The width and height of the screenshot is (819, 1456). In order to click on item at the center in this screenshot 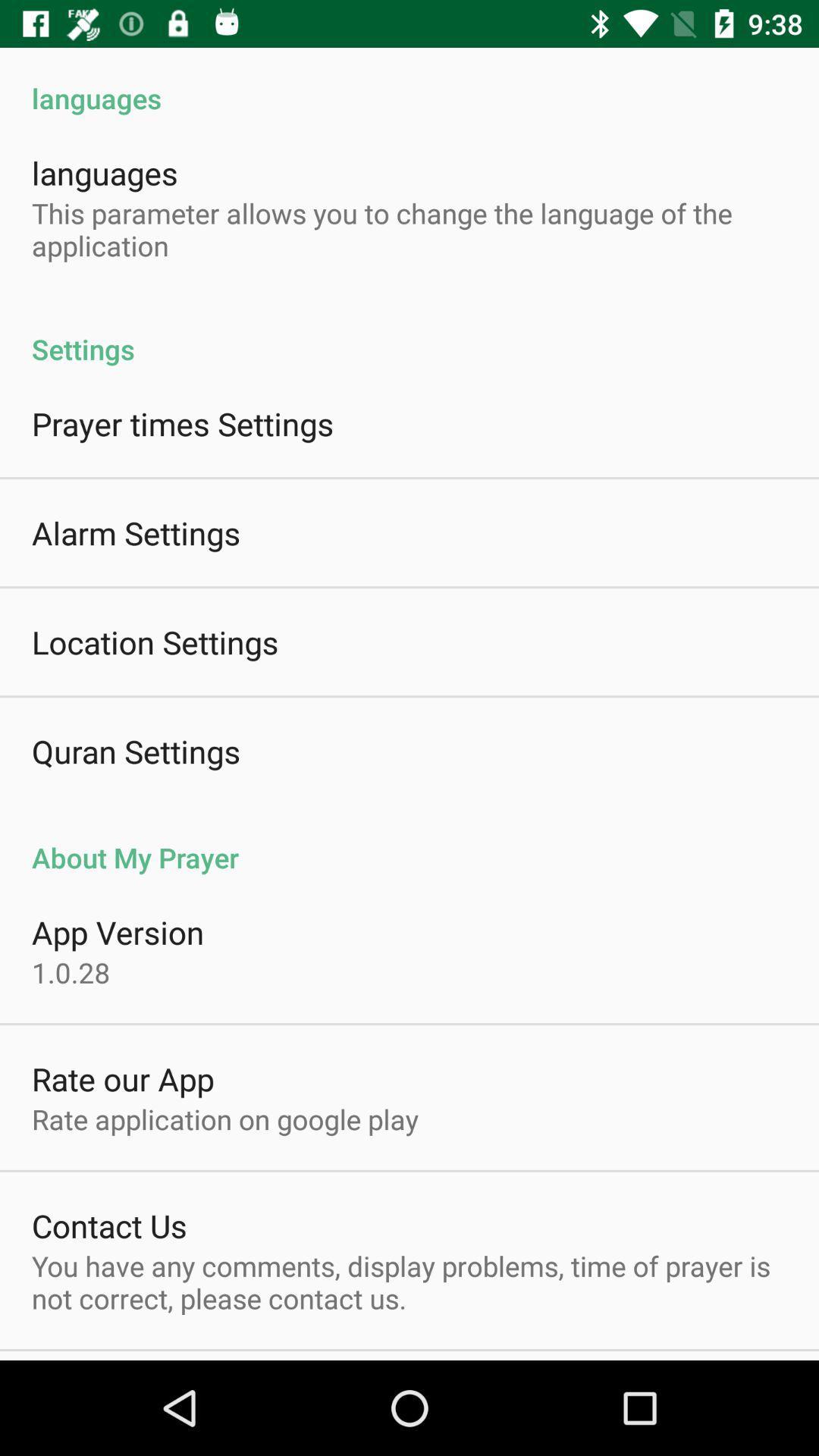, I will do `click(409, 840)`.